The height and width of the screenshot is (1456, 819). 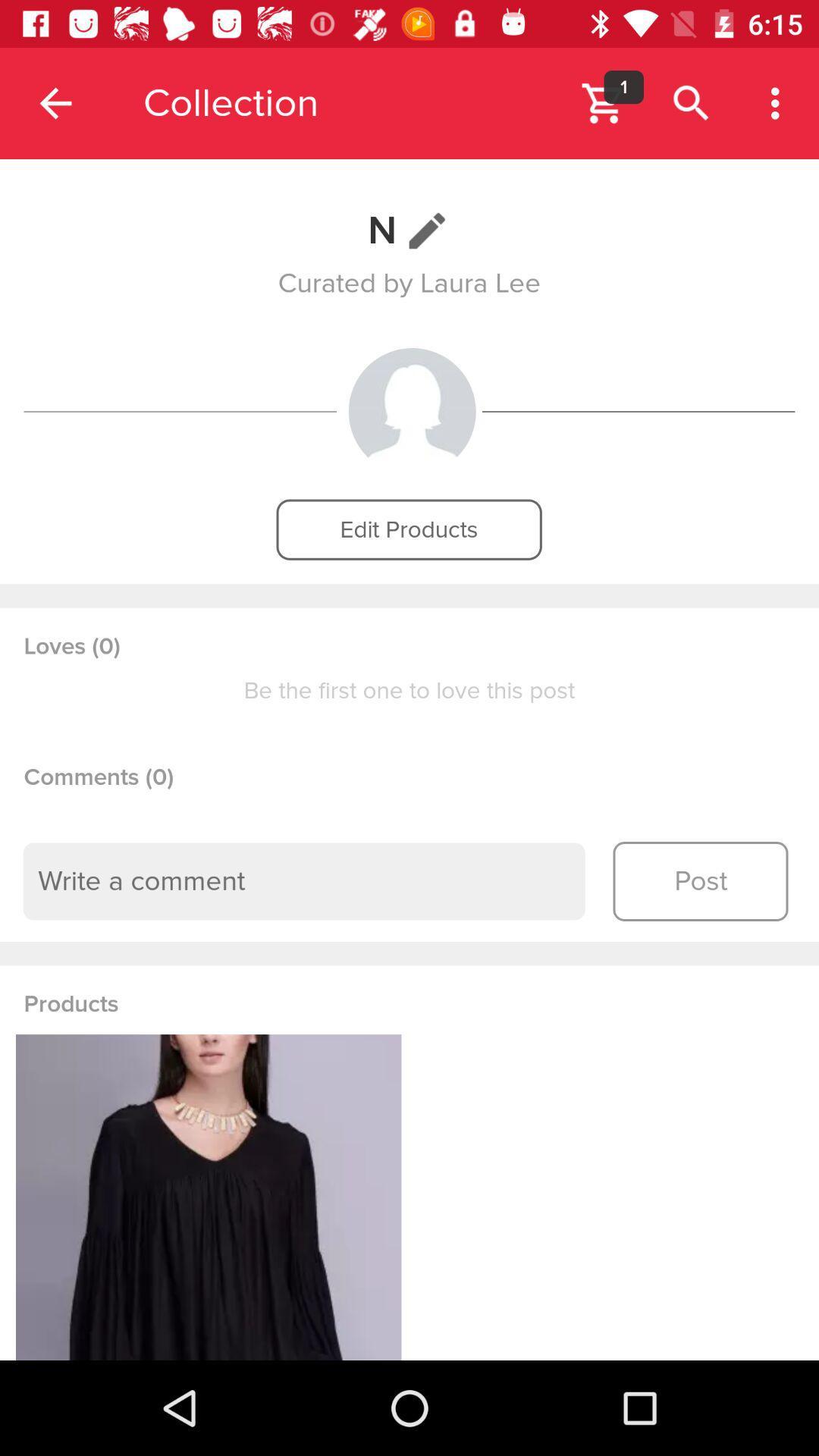 I want to click on 1 item, so click(x=623, y=86).